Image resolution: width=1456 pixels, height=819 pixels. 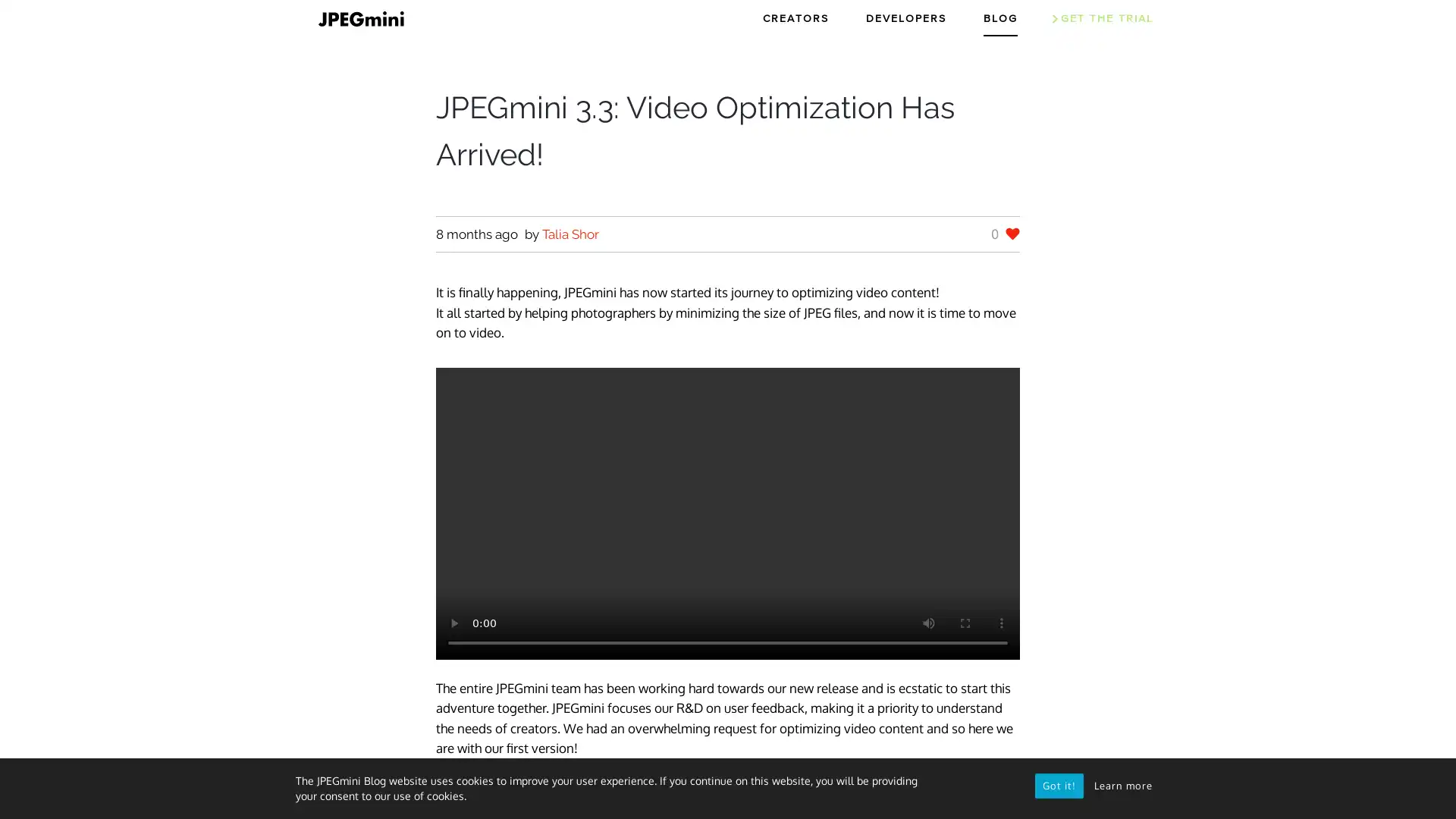 I want to click on enter full screen, so click(x=964, y=623).